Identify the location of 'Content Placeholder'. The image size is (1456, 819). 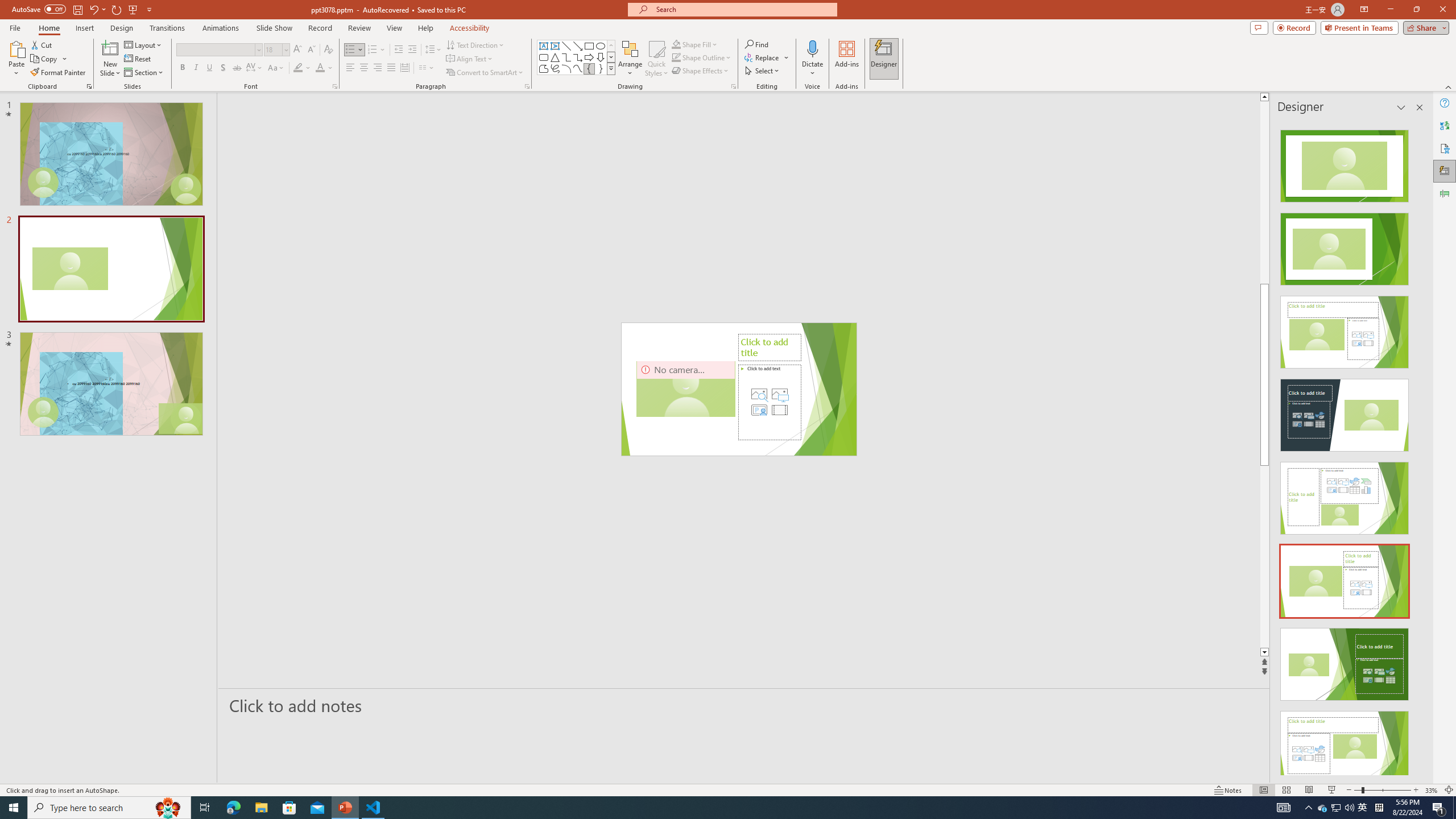
(769, 402).